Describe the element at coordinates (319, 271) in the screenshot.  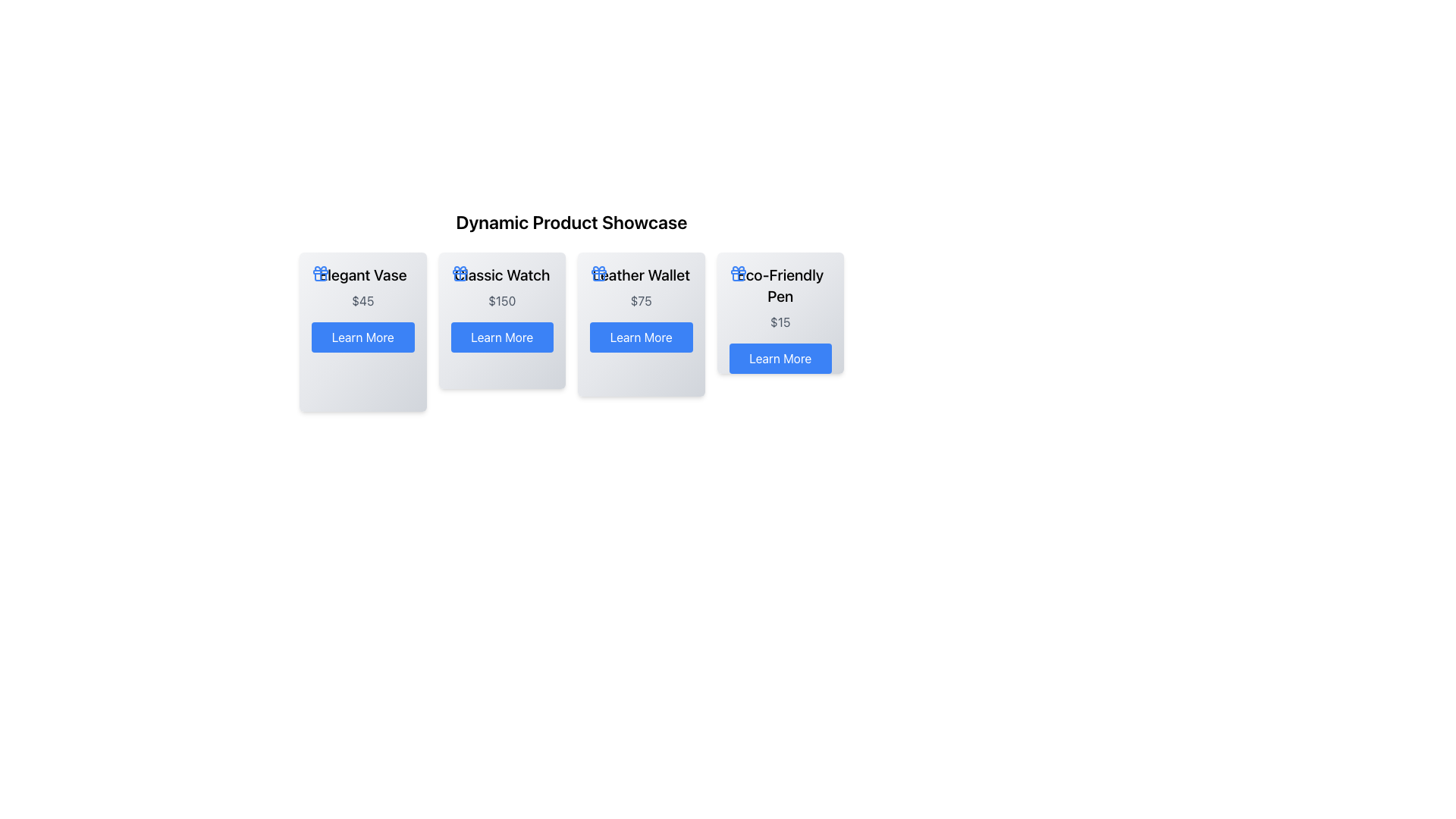
I see `the decorative graphical element of the gift icon located at the top-left corner of the 'Elegant Vase' card` at that location.